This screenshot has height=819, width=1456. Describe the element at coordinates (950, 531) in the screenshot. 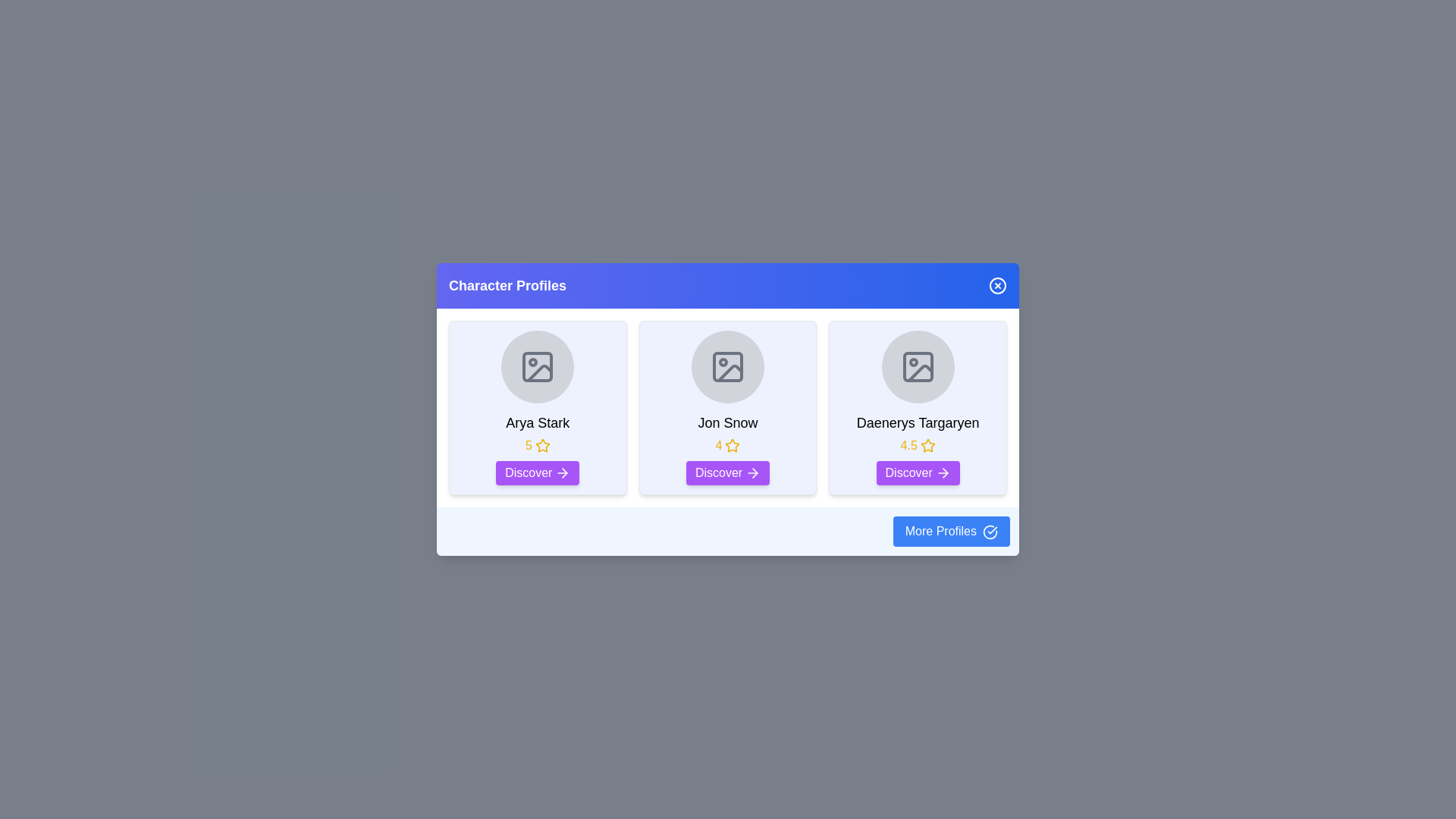

I see `the 'More Profiles' button located at the bottom-right of the dialog` at that location.